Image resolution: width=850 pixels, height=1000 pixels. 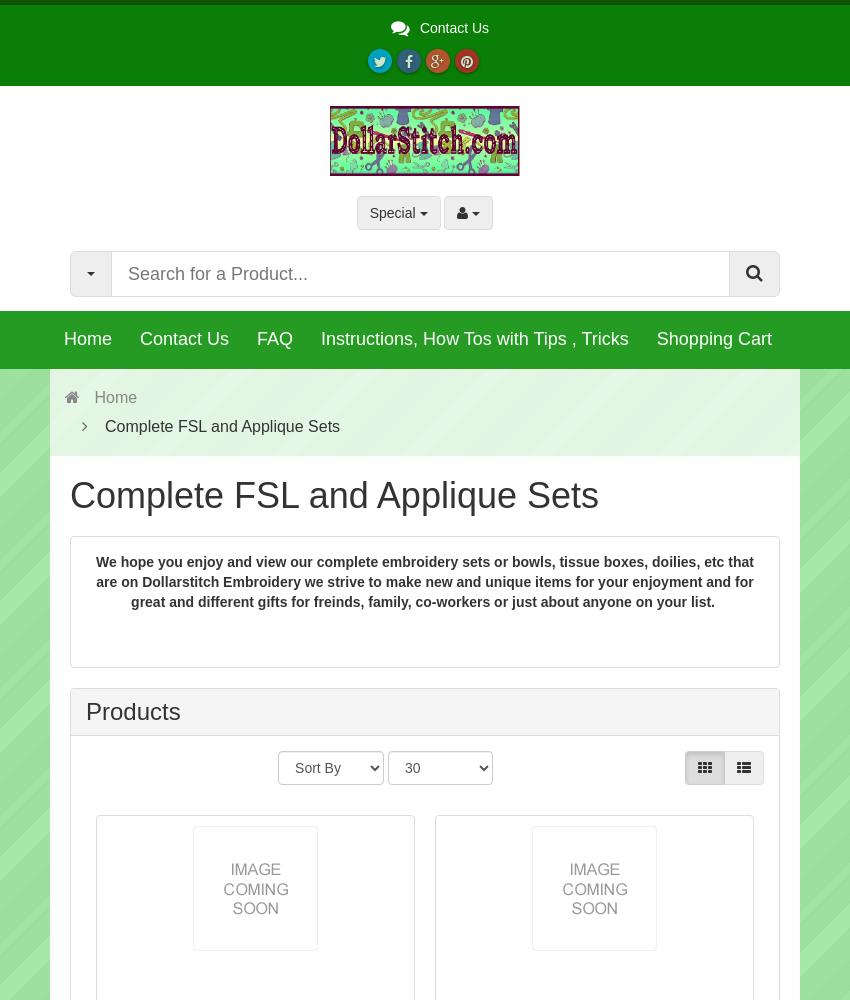 I want to click on 'on Dollarstitch Embroidery we strive to make new and unique items for your enjoyment and for great and different gifts for freinds, family, co-workers or just about anyone on your list.', so click(x=435, y=590).